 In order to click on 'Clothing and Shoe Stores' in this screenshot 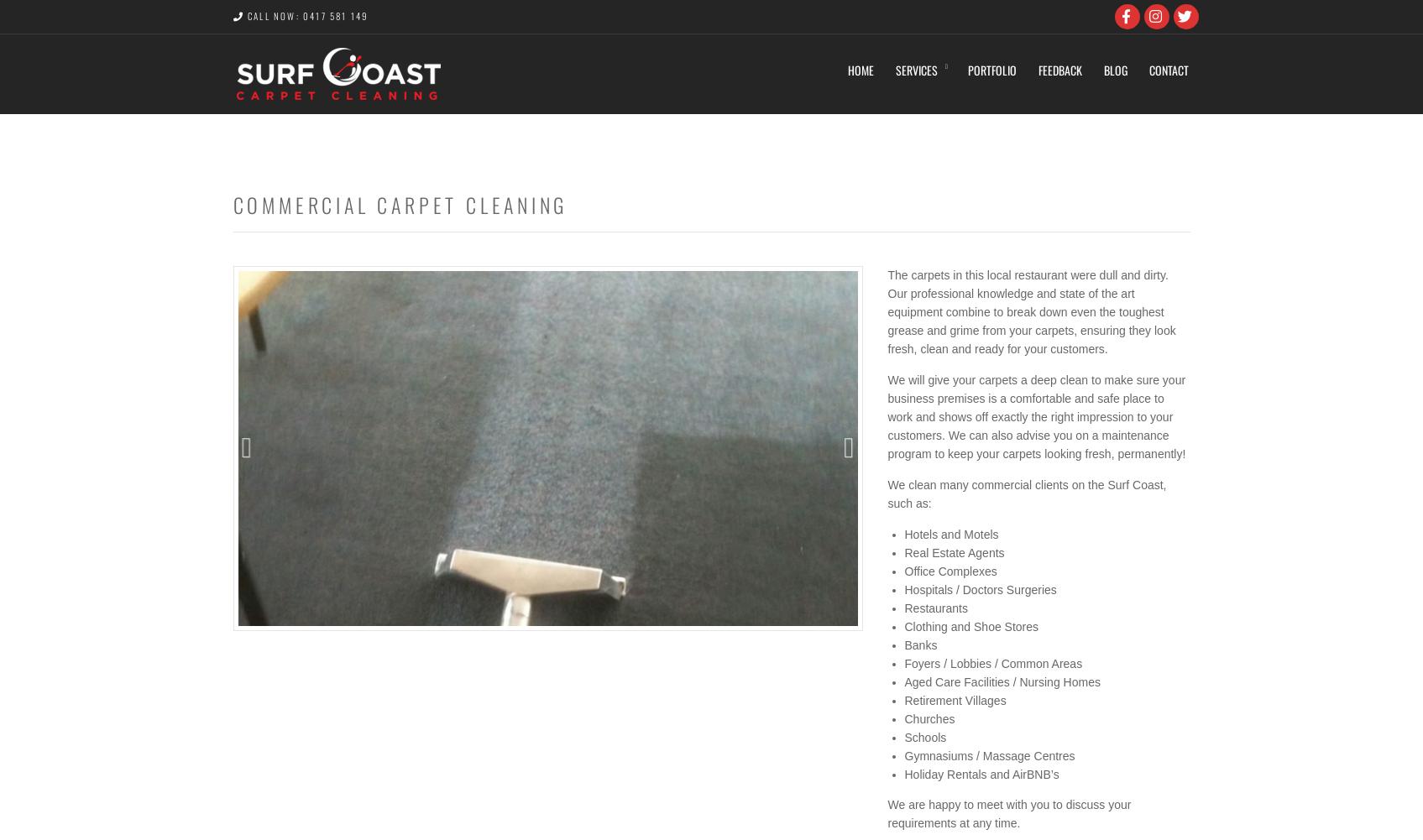, I will do `click(904, 627)`.